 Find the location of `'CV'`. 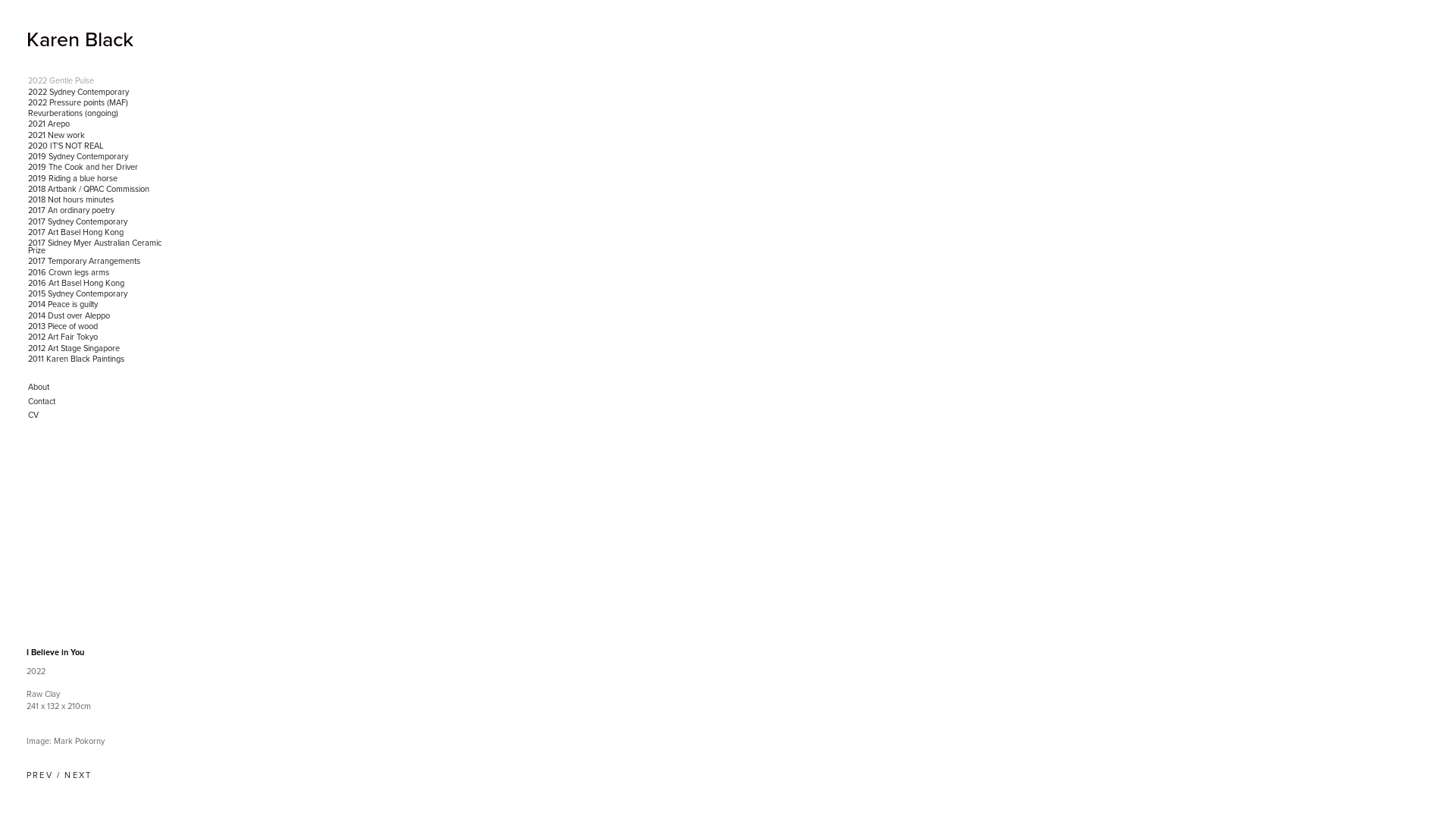

'CV' is located at coordinates (97, 415).